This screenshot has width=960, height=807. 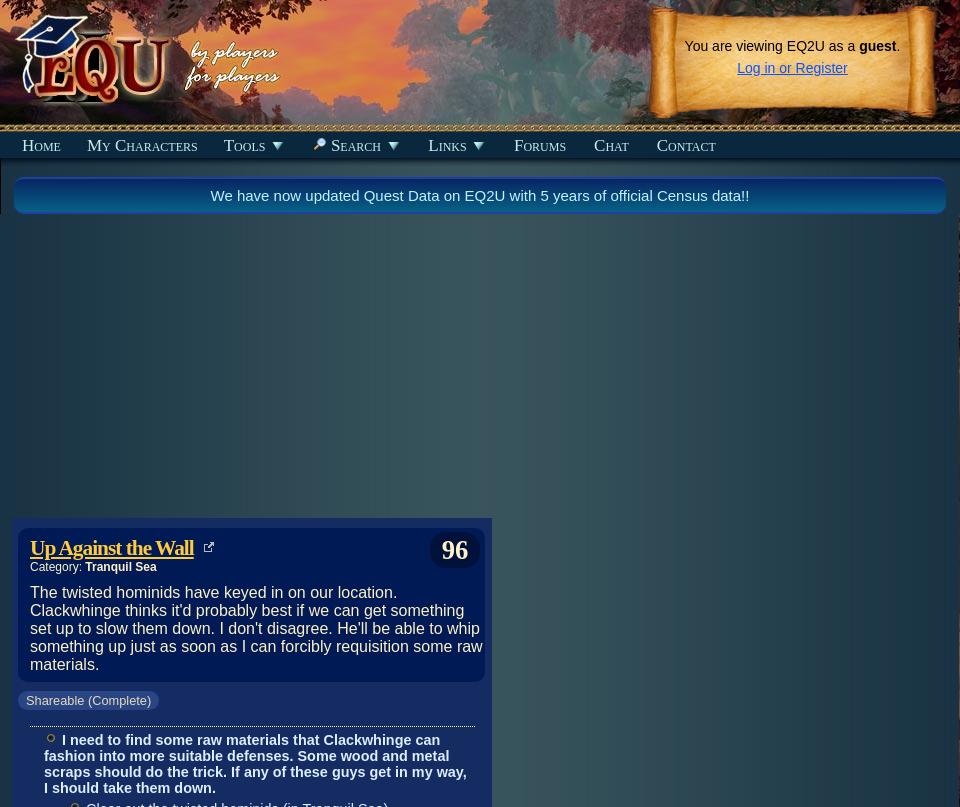 What do you see at coordinates (685, 144) in the screenshot?
I see `'Contact'` at bounding box center [685, 144].